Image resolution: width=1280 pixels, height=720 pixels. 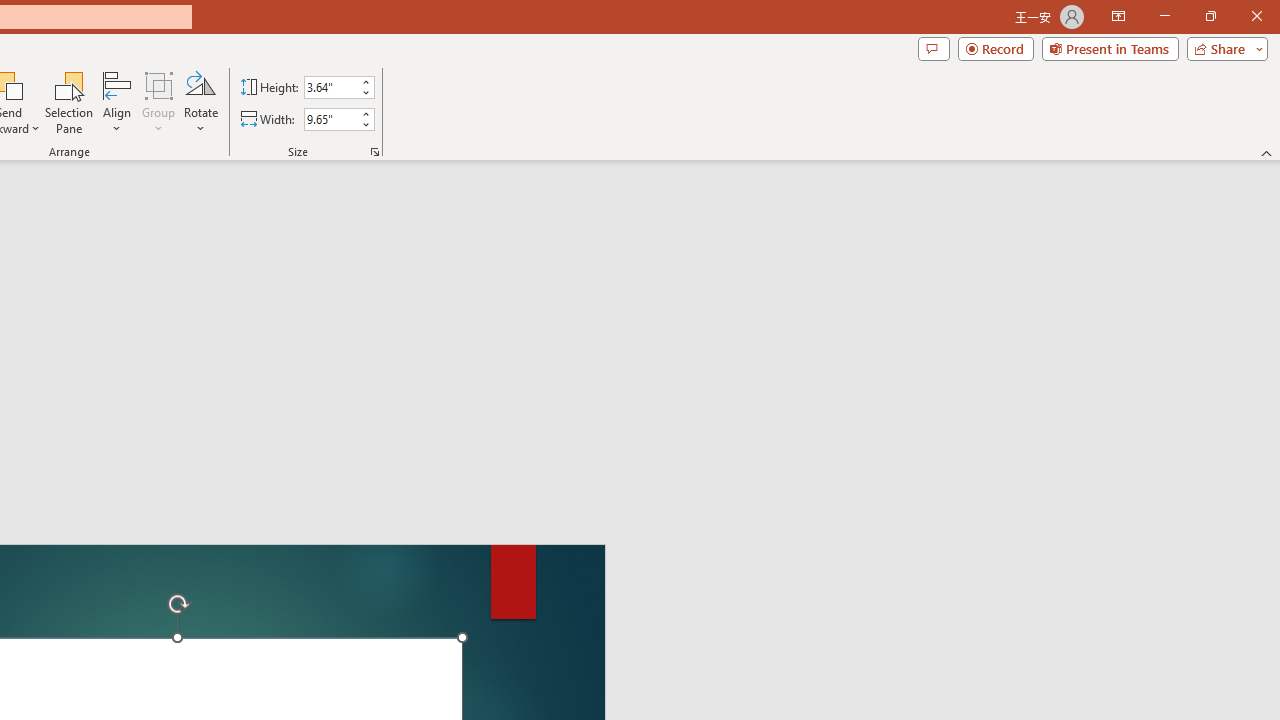 What do you see at coordinates (116, 103) in the screenshot?
I see `'Align'` at bounding box center [116, 103].